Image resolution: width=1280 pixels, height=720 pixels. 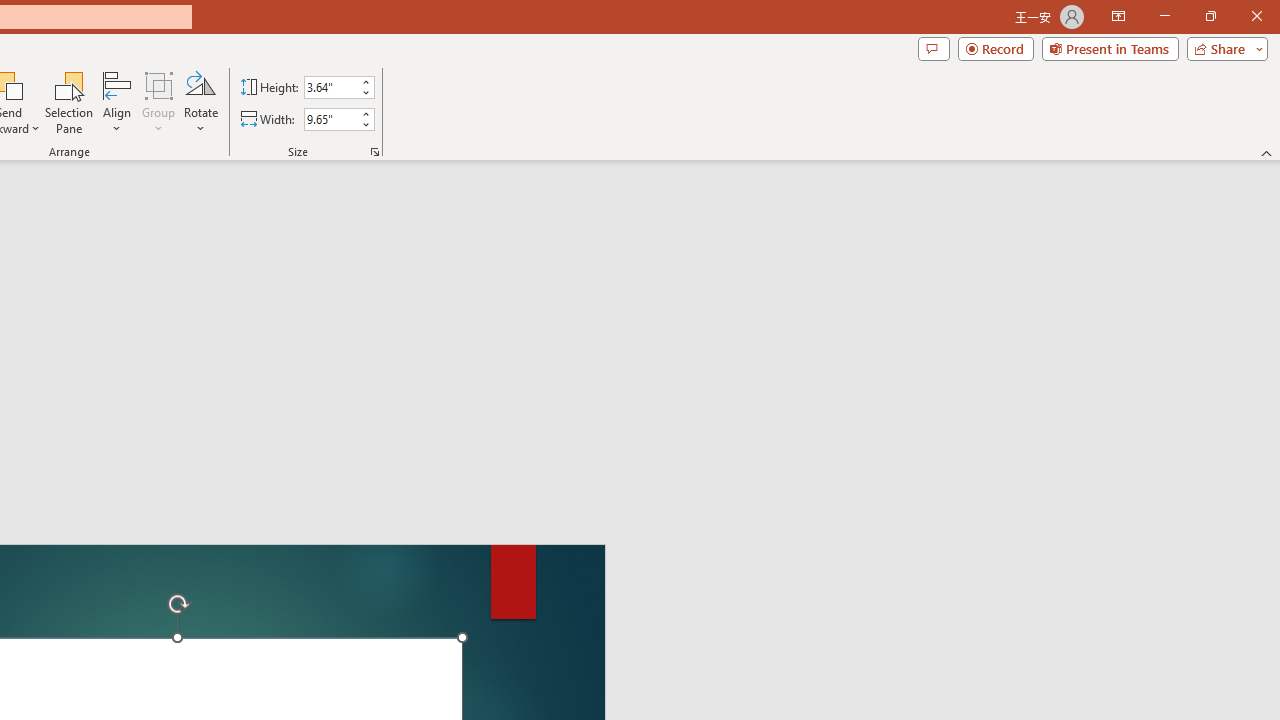 What do you see at coordinates (116, 103) in the screenshot?
I see `'Align'` at bounding box center [116, 103].